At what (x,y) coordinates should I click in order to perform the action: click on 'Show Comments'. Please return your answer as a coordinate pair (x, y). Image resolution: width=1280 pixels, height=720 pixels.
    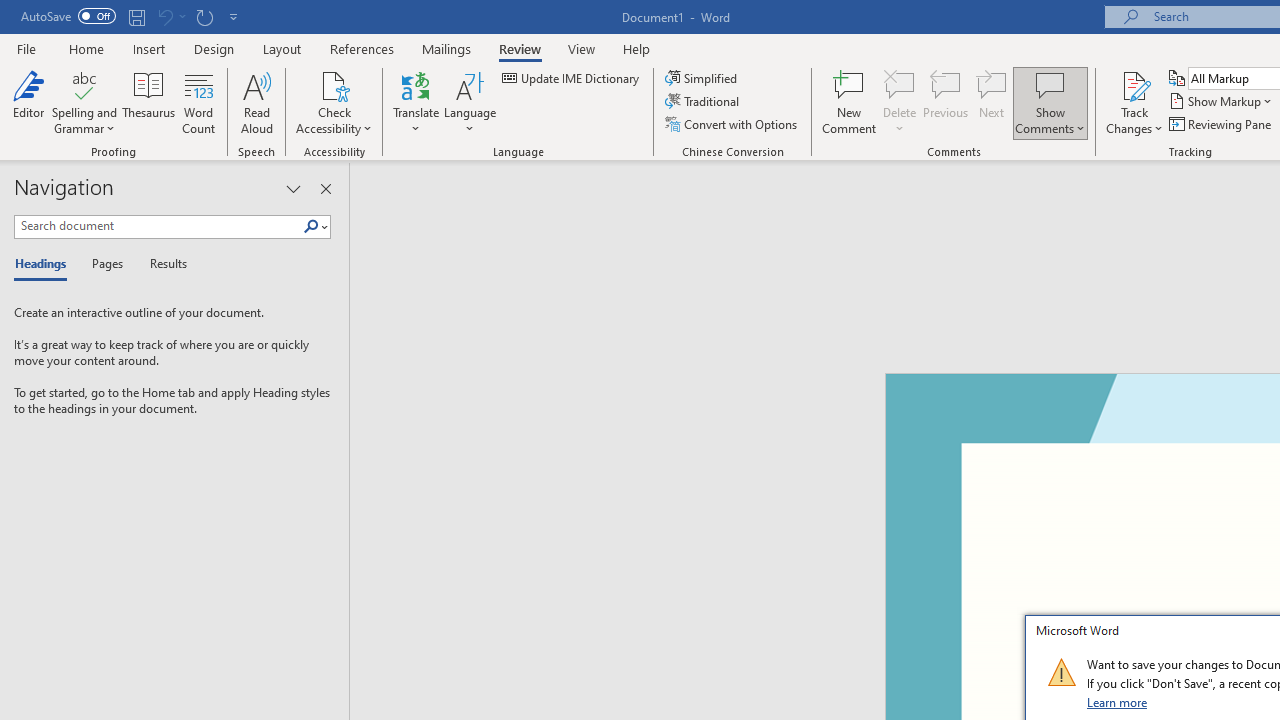
    Looking at the image, I should click on (1049, 84).